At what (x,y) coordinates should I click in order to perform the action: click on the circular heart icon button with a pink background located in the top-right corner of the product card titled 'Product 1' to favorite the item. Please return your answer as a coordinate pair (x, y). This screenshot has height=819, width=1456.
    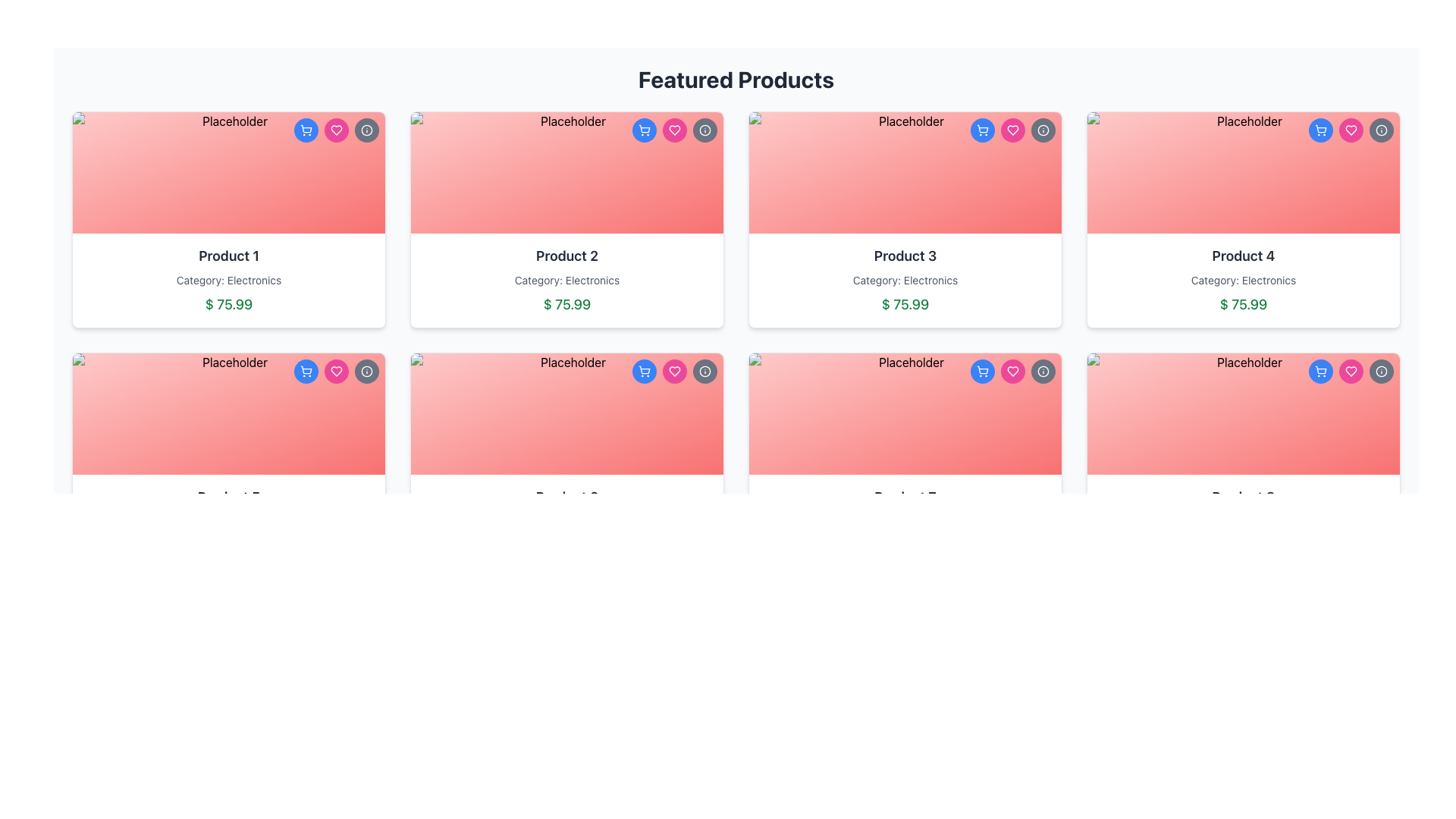
    Looking at the image, I should click on (336, 130).